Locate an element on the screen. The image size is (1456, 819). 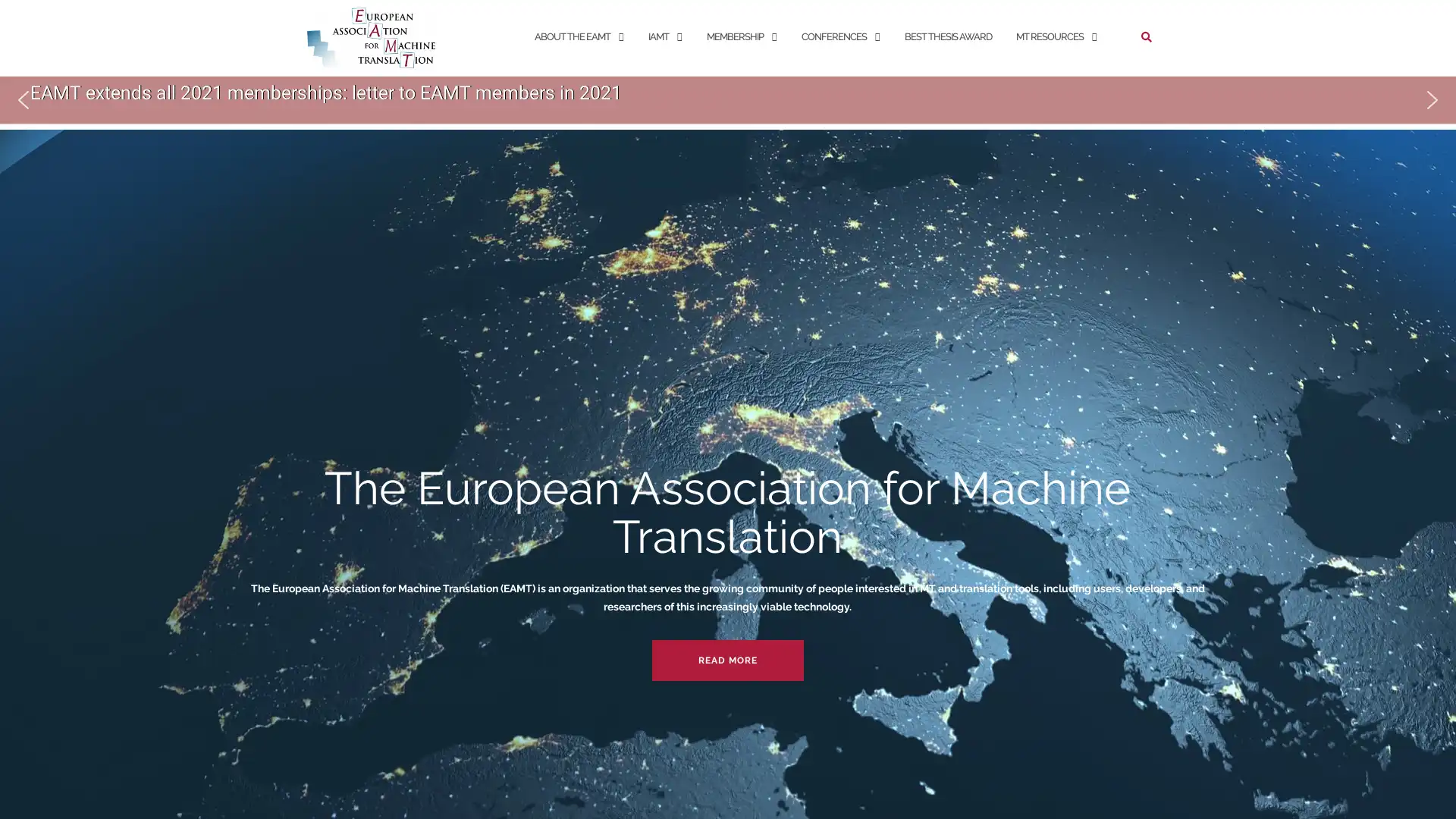
previous arrow is located at coordinates (23, 99).